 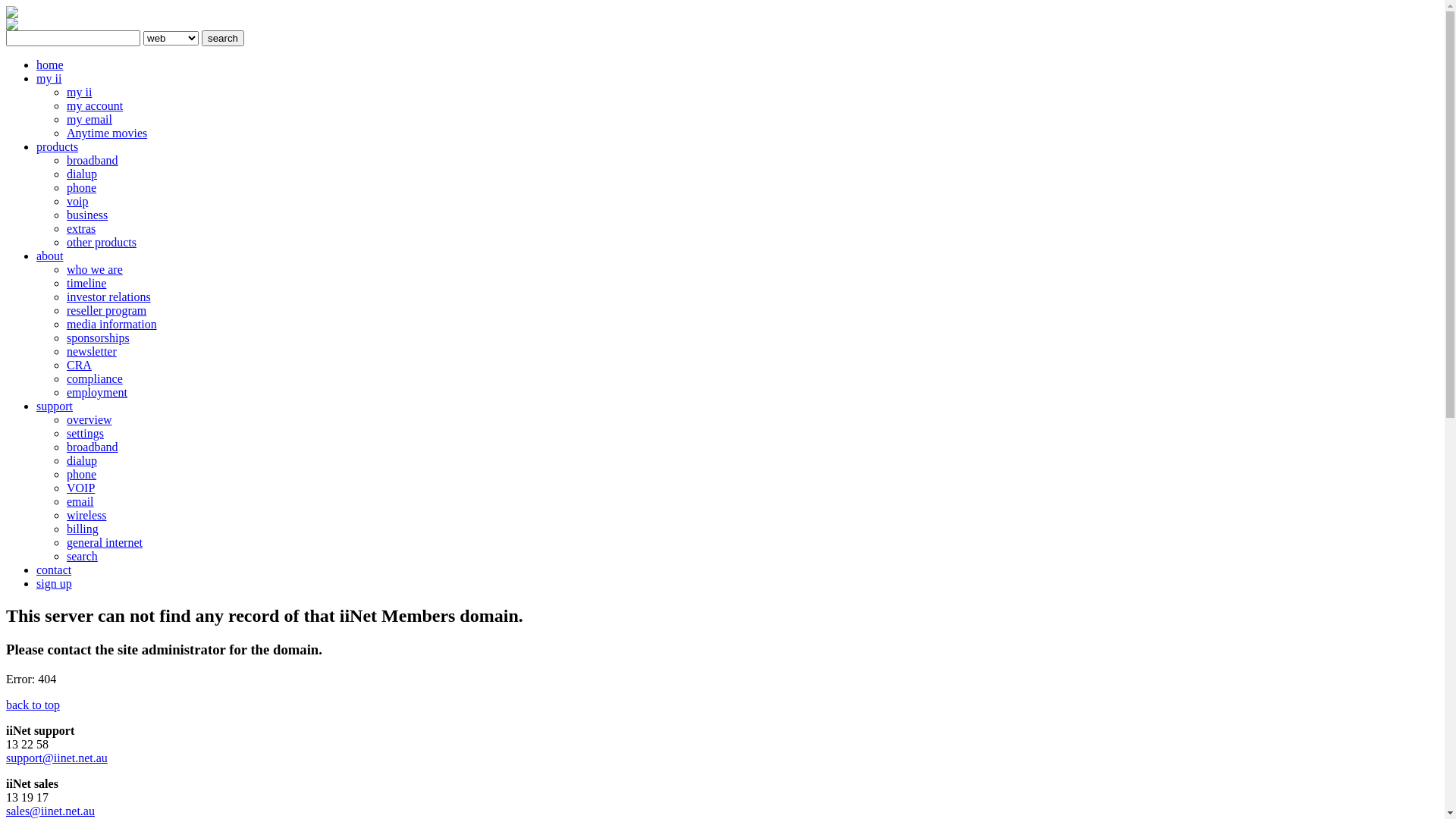 What do you see at coordinates (80, 187) in the screenshot?
I see `'phone'` at bounding box center [80, 187].